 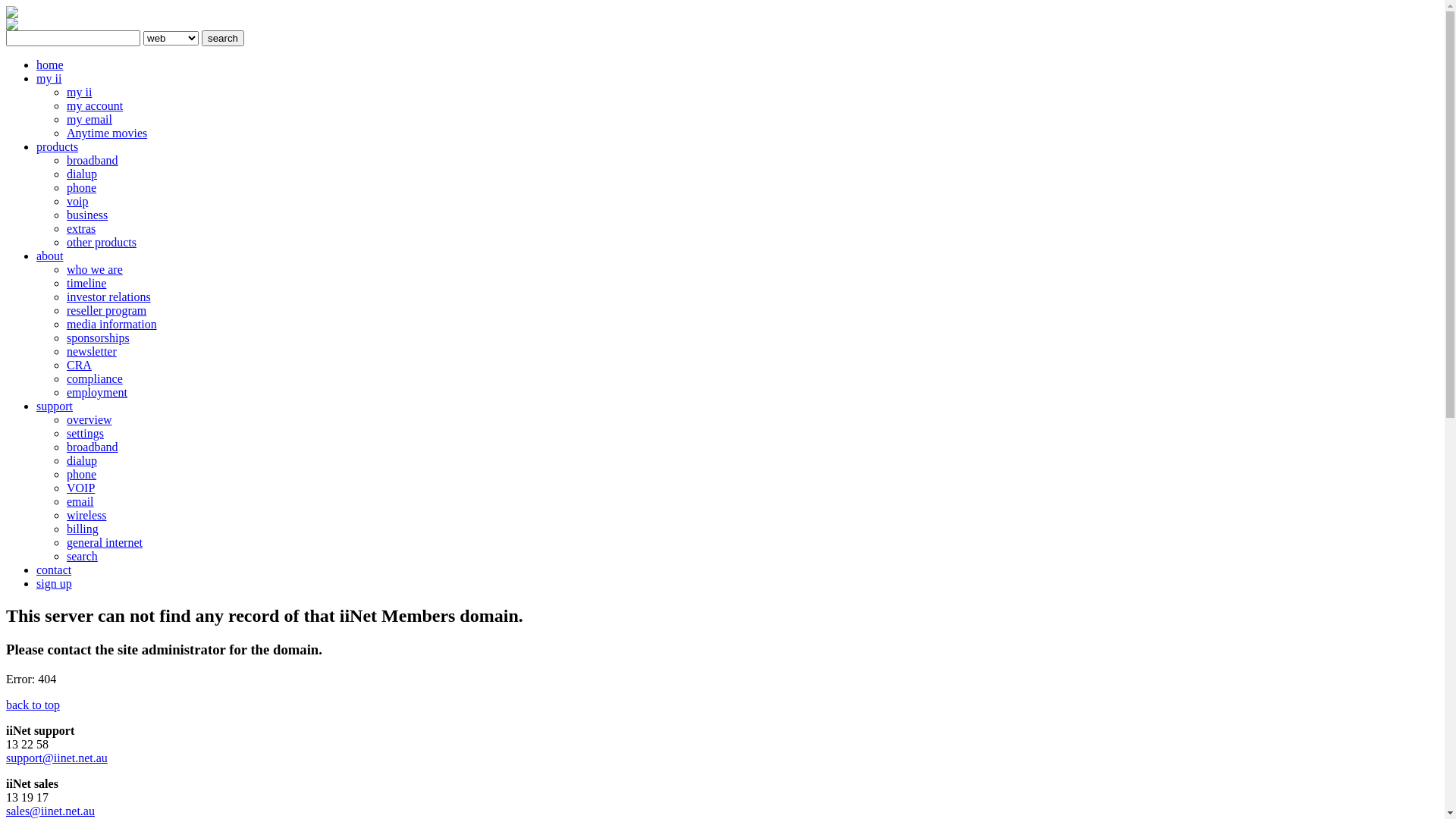 What do you see at coordinates (80, 187) in the screenshot?
I see `'phone'` at bounding box center [80, 187].